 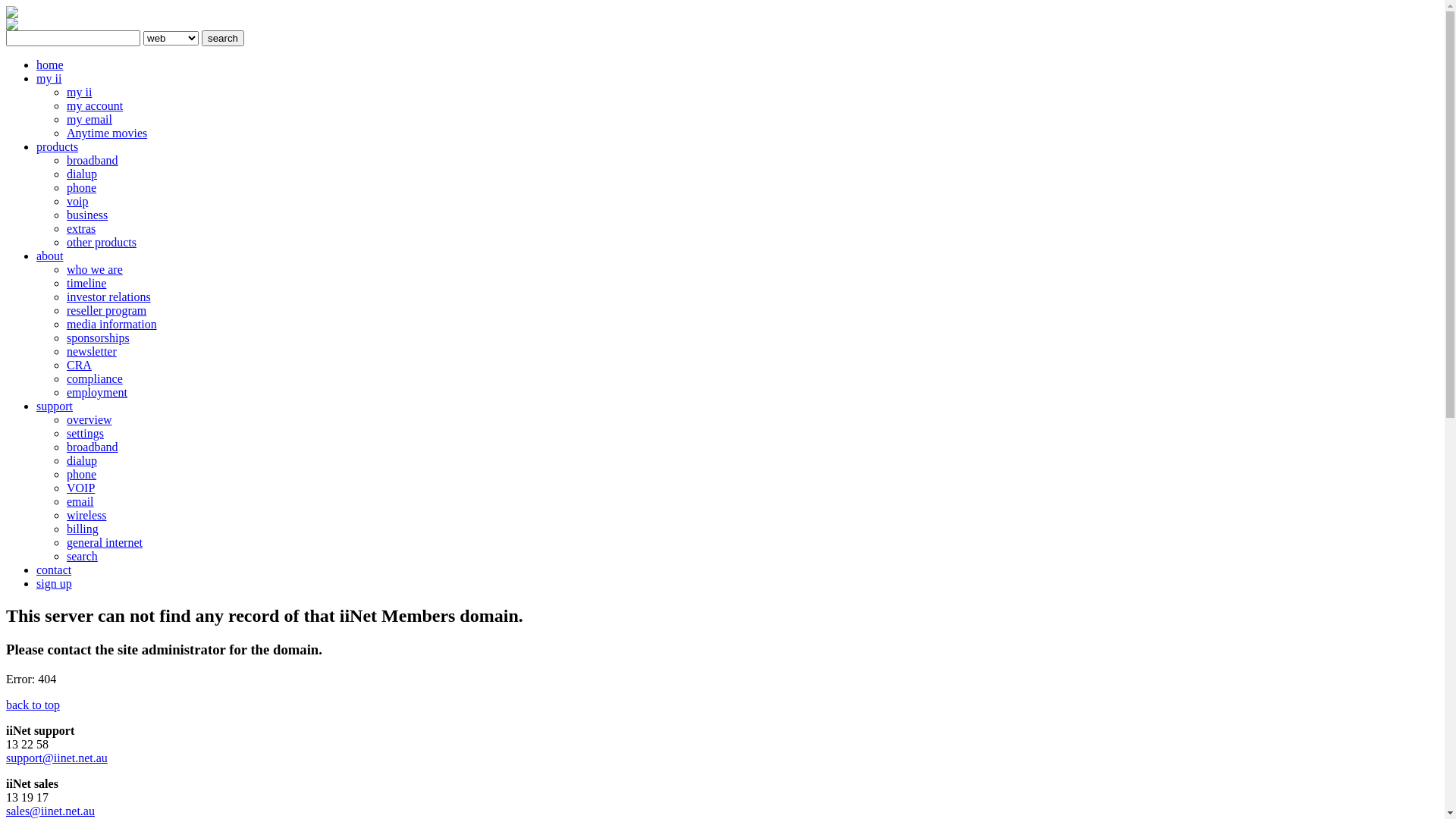 What do you see at coordinates (80, 187) in the screenshot?
I see `'phone'` at bounding box center [80, 187].